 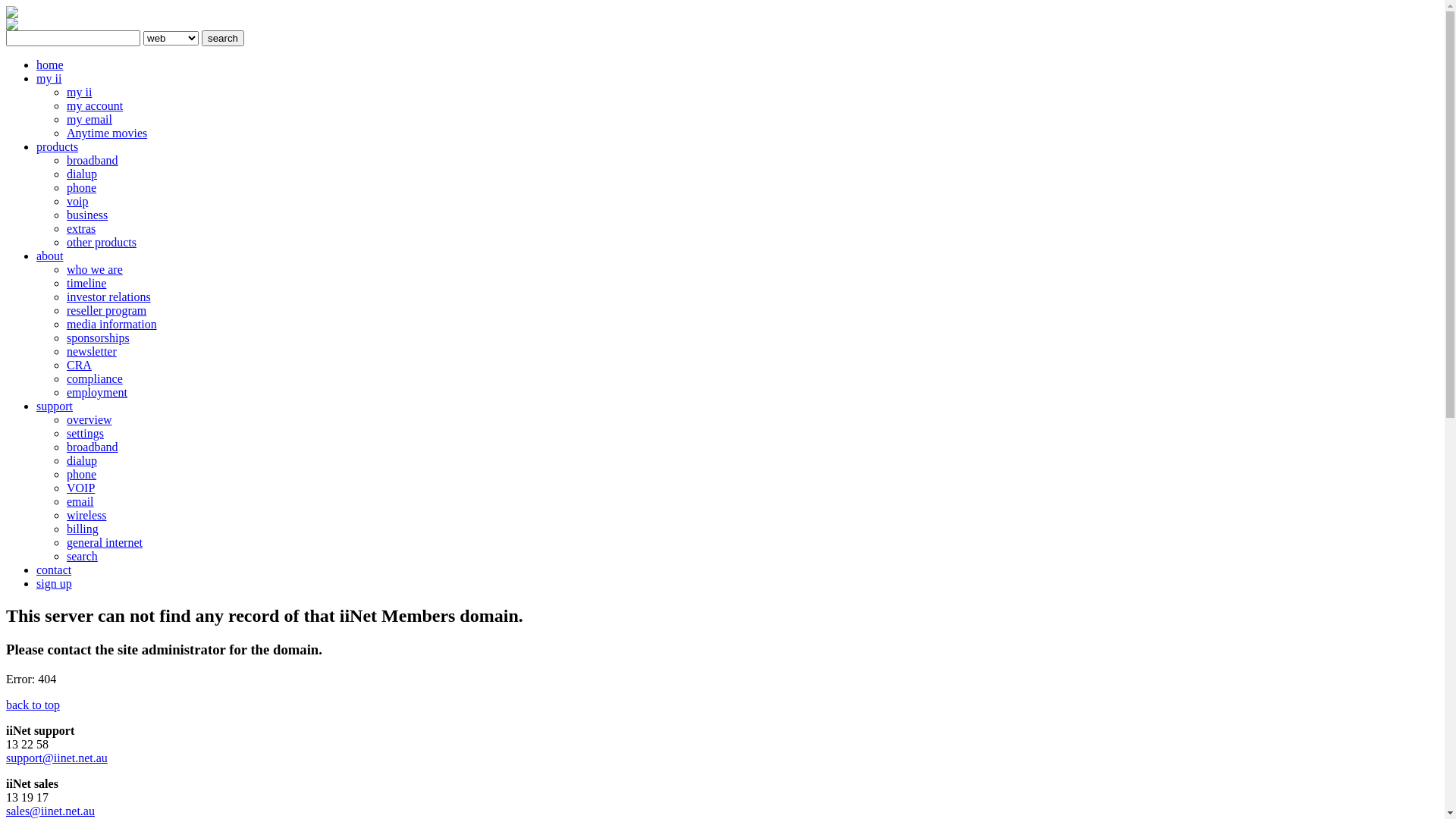 What do you see at coordinates (80, 187) in the screenshot?
I see `'phone'` at bounding box center [80, 187].